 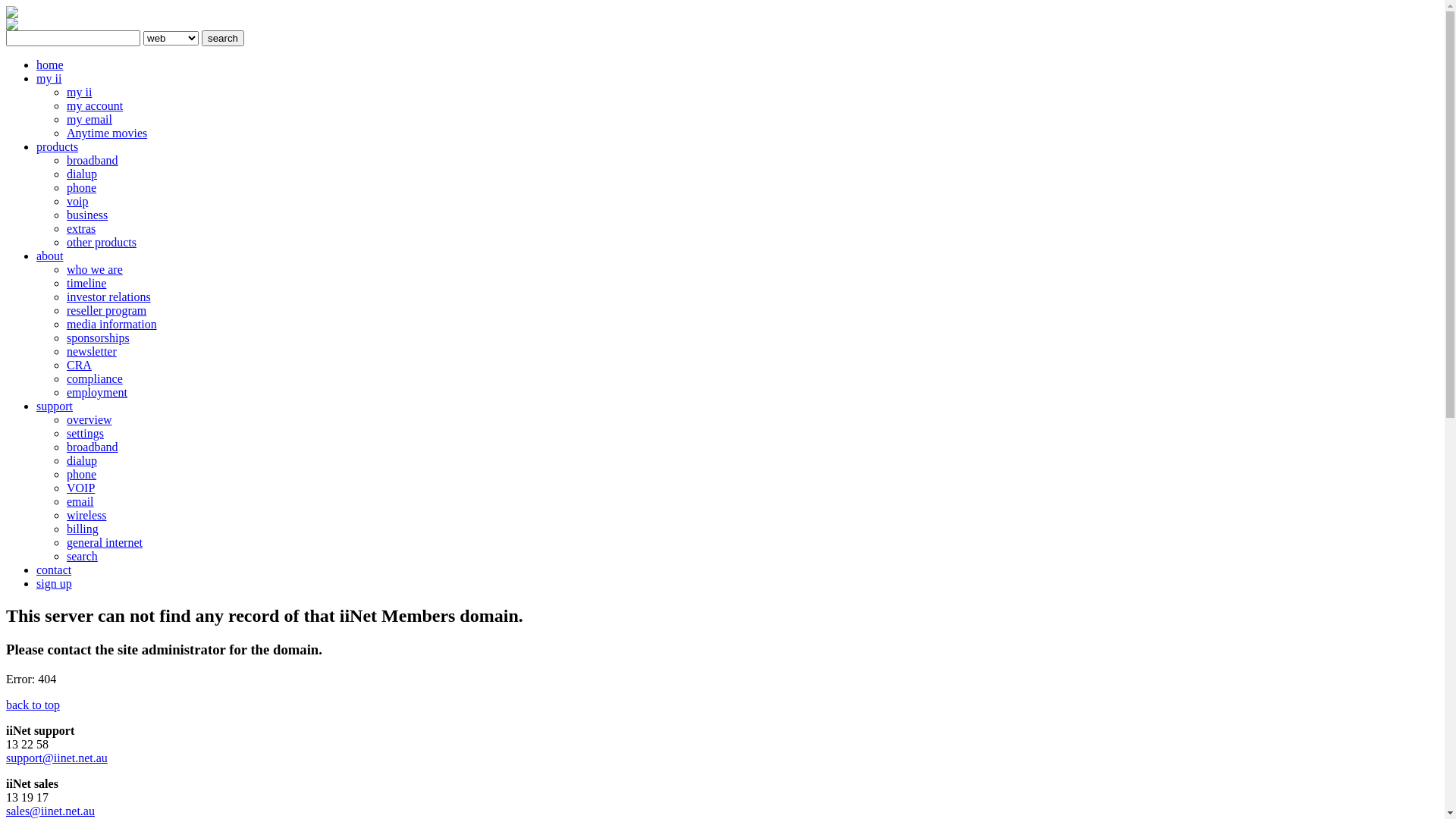 What do you see at coordinates (80, 187) in the screenshot?
I see `'phone'` at bounding box center [80, 187].